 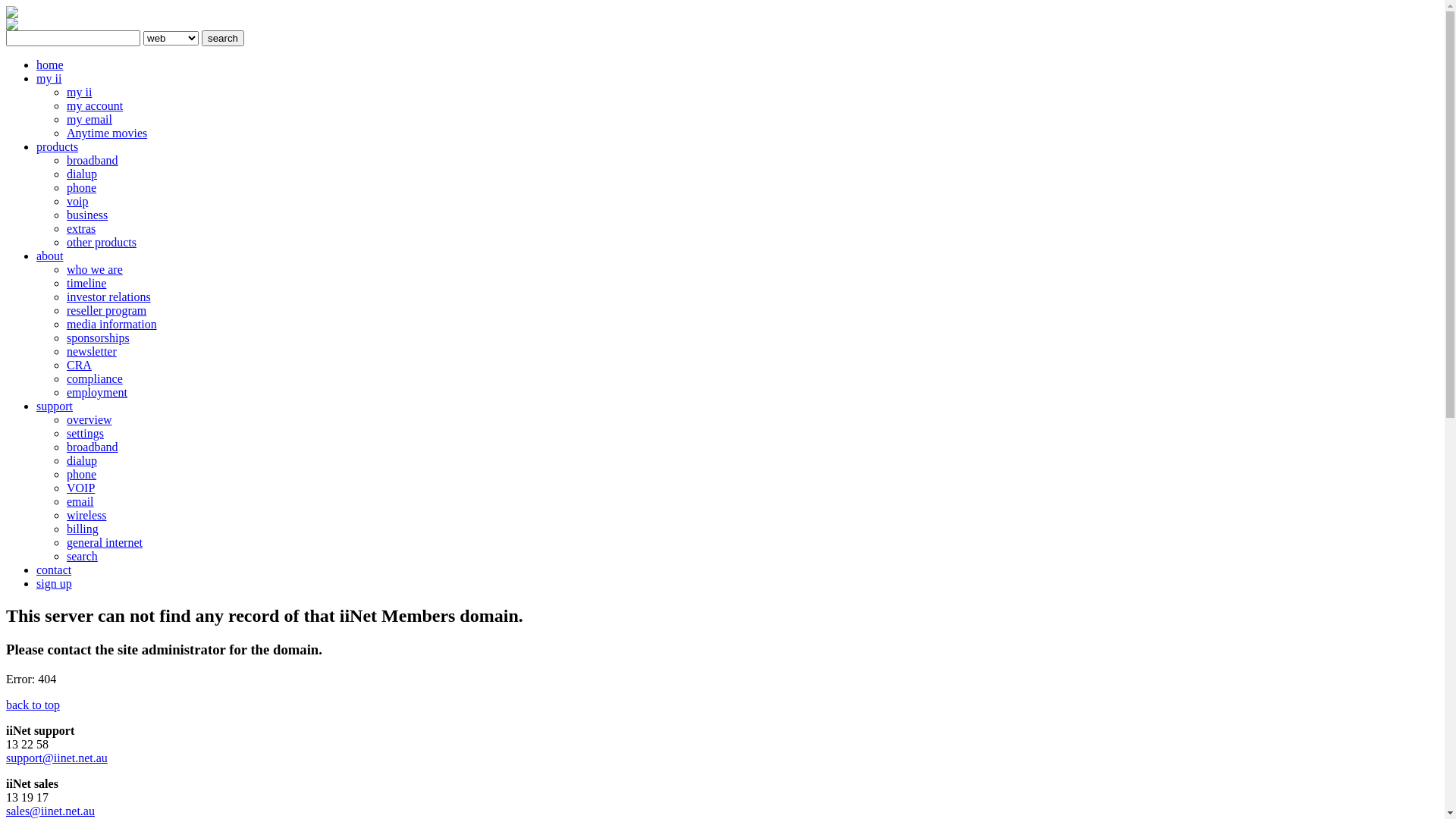 What do you see at coordinates (80, 187) in the screenshot?
I see `'phone'` at bounding box center [80, 187].